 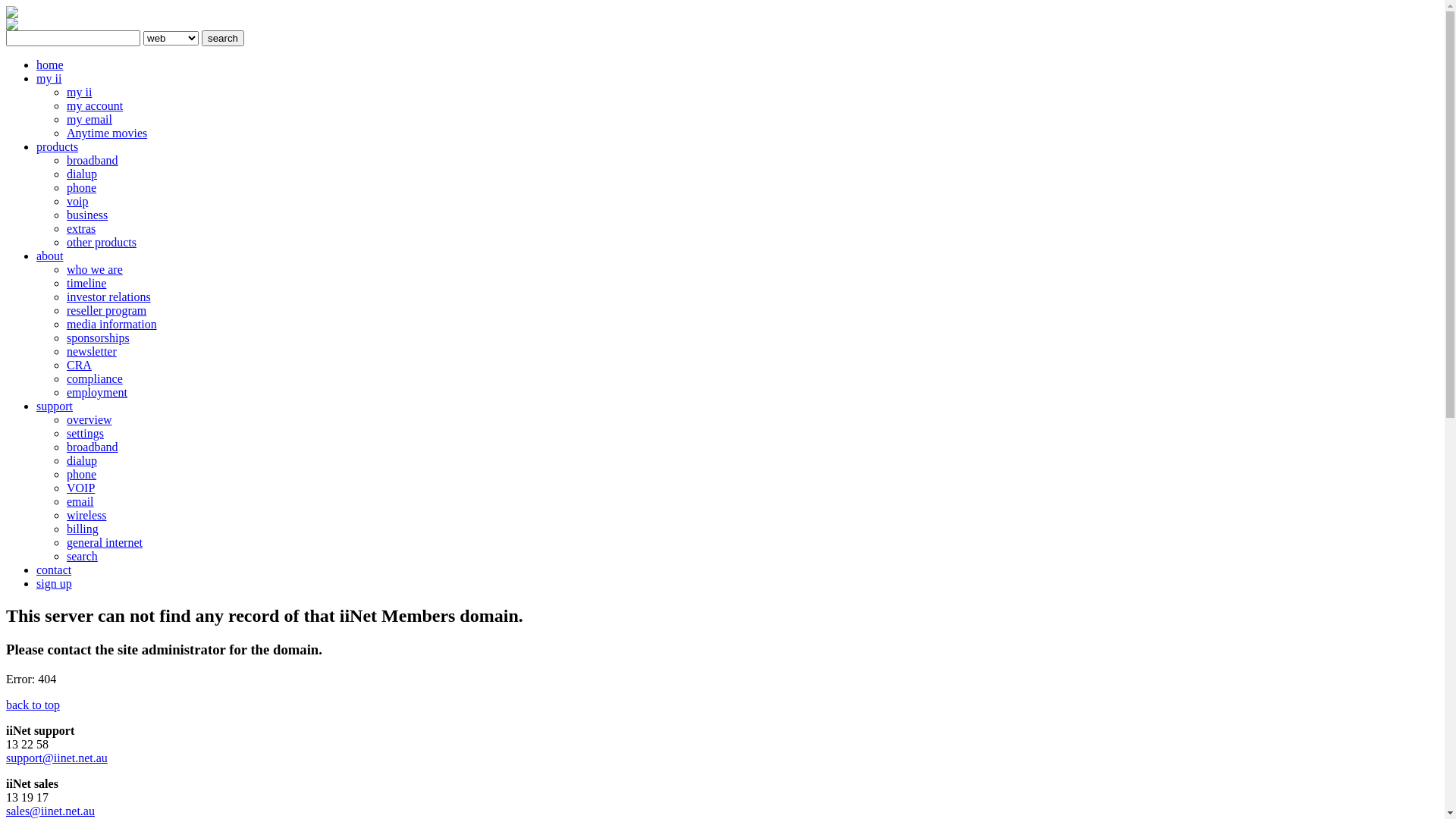 What do you see at coordinates (80, 187) in the screenshot?
I see `'phone'` at bounding box center [80, 187].